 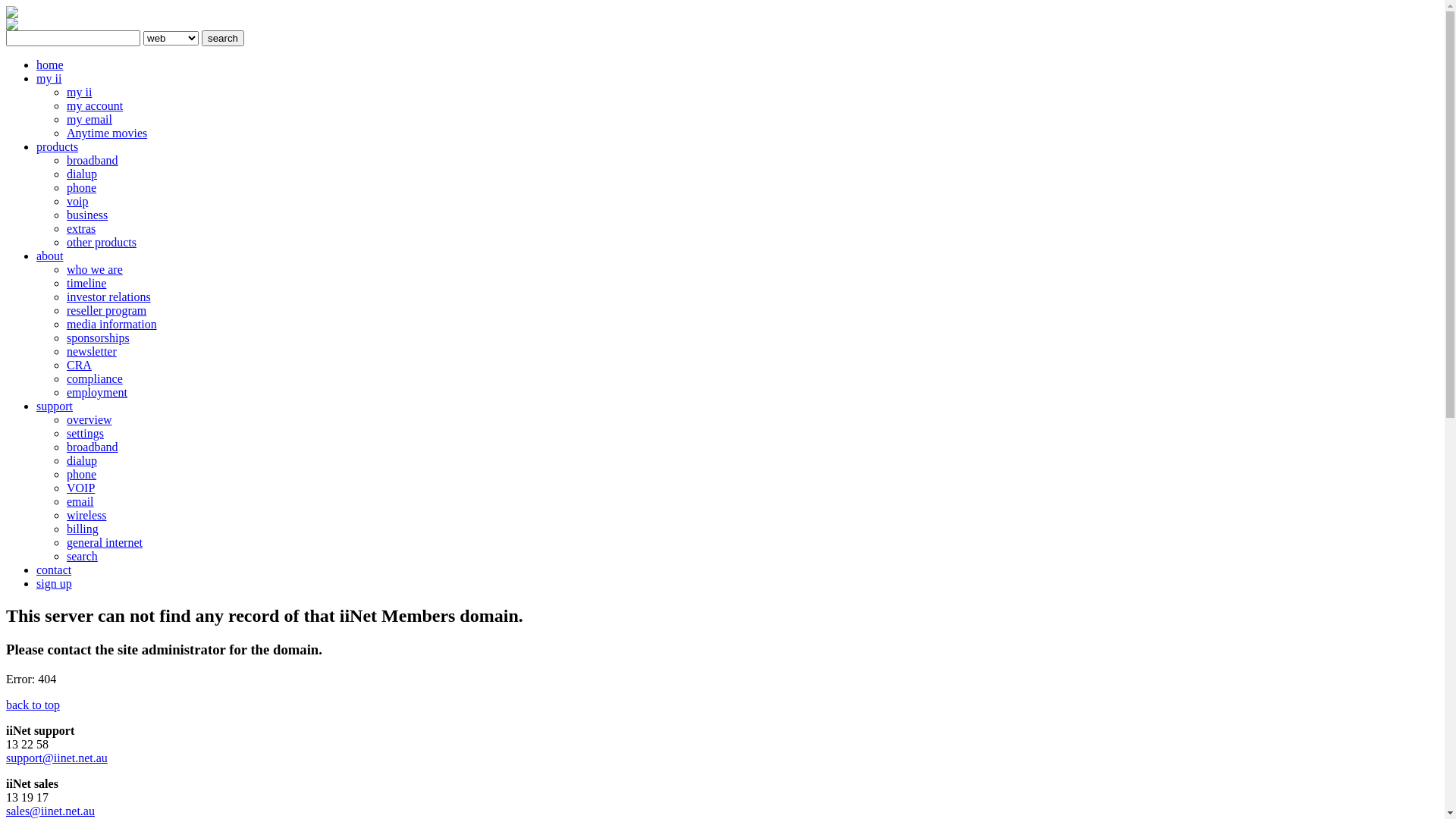 What do you see at coordinates (80, 187) in the screenshot?
I see `'phone'` at bounding box center [80, 187].